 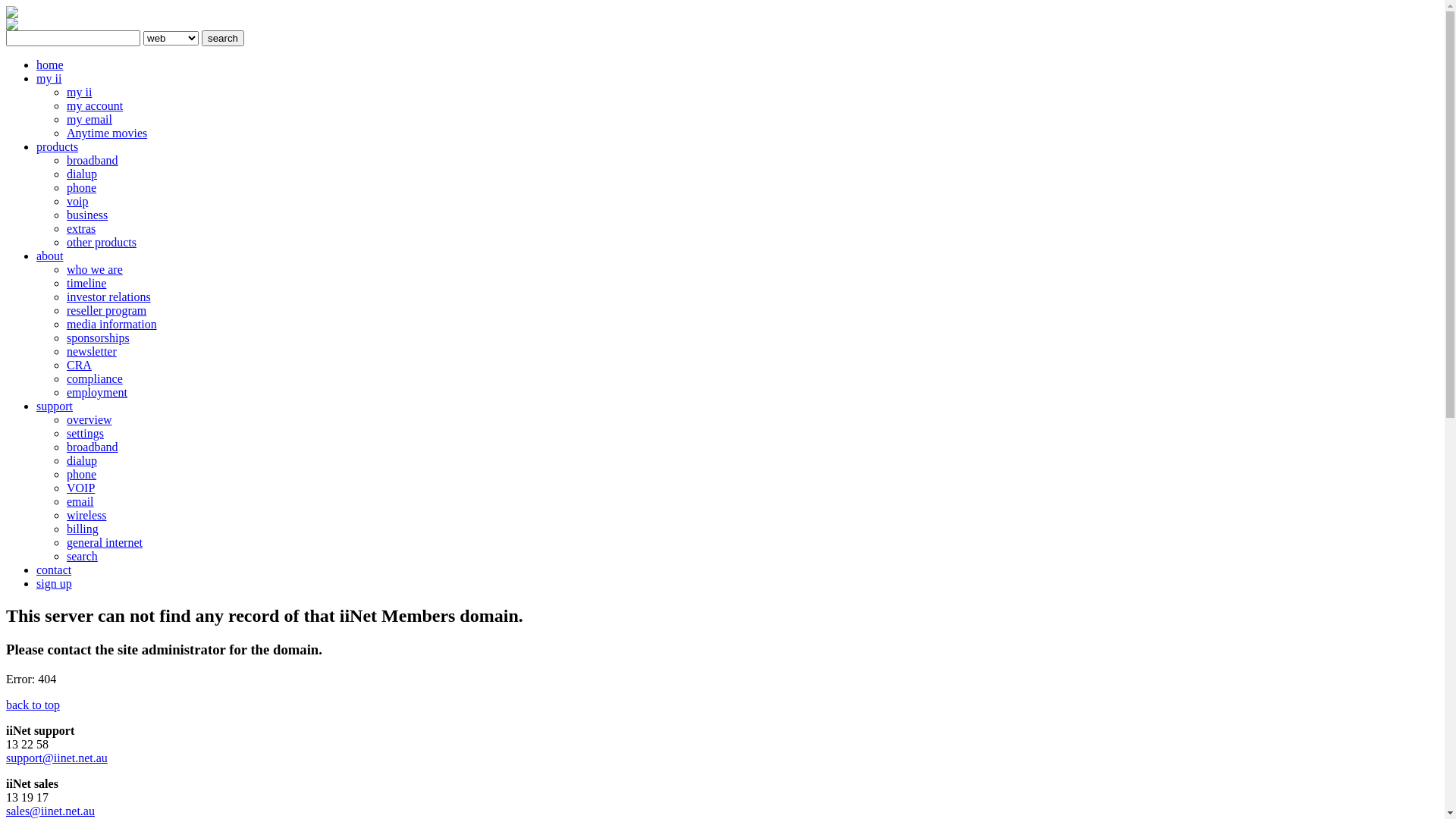 What do you see at coordinates (80, 187) in the screenshot?
I see `'phone'` at bounding box center [80, 187].